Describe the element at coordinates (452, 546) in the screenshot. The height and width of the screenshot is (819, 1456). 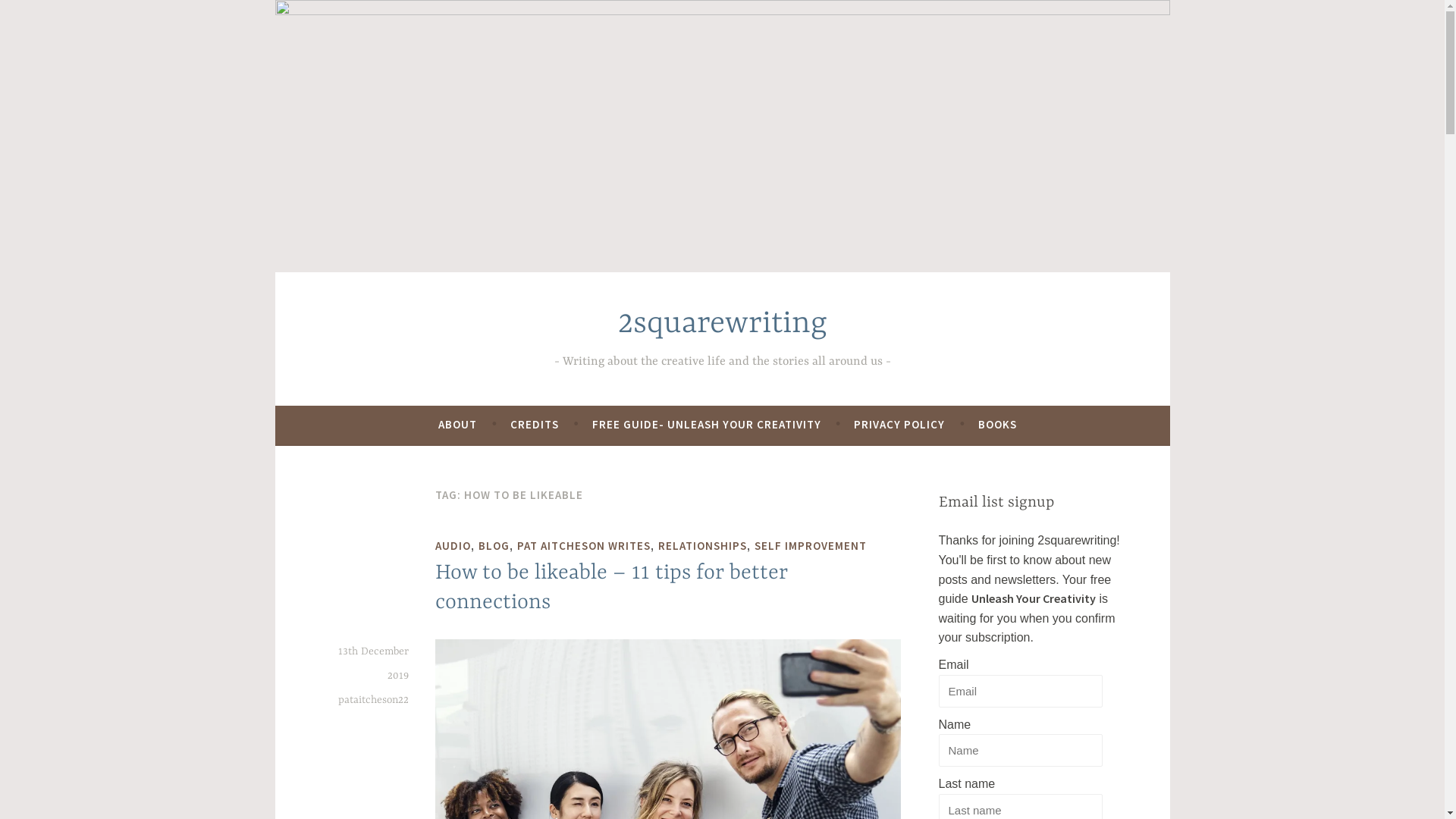
I see `'AUDIO'` at that location.